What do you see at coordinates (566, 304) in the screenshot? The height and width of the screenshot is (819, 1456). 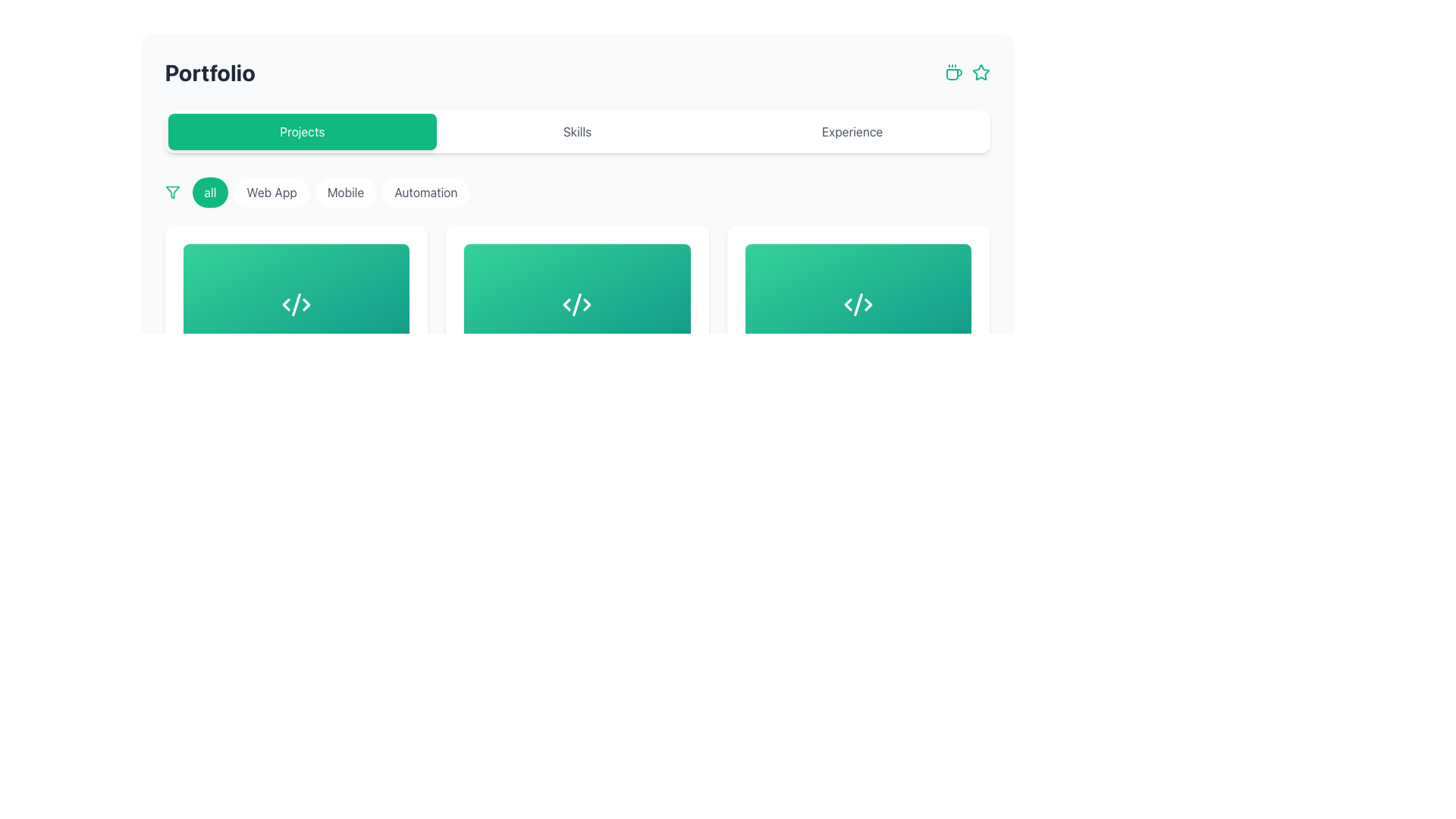 I see `the leftward-pointing chevron SVG element that is part of a stylized icon set indicating leftward navigation` at bounding box center [566, 304].